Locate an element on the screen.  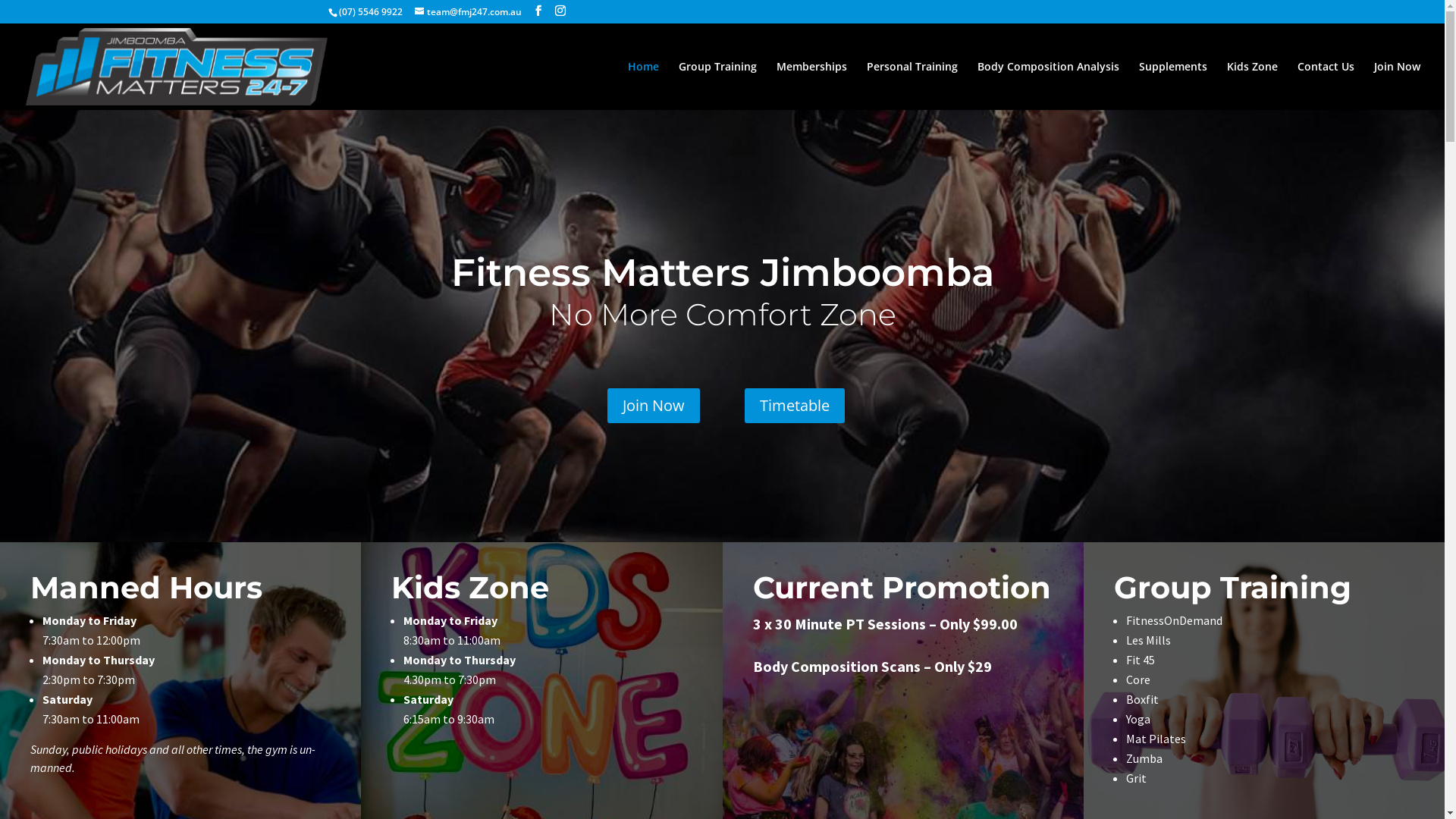
'Home' is located at coordinates (643, 85).